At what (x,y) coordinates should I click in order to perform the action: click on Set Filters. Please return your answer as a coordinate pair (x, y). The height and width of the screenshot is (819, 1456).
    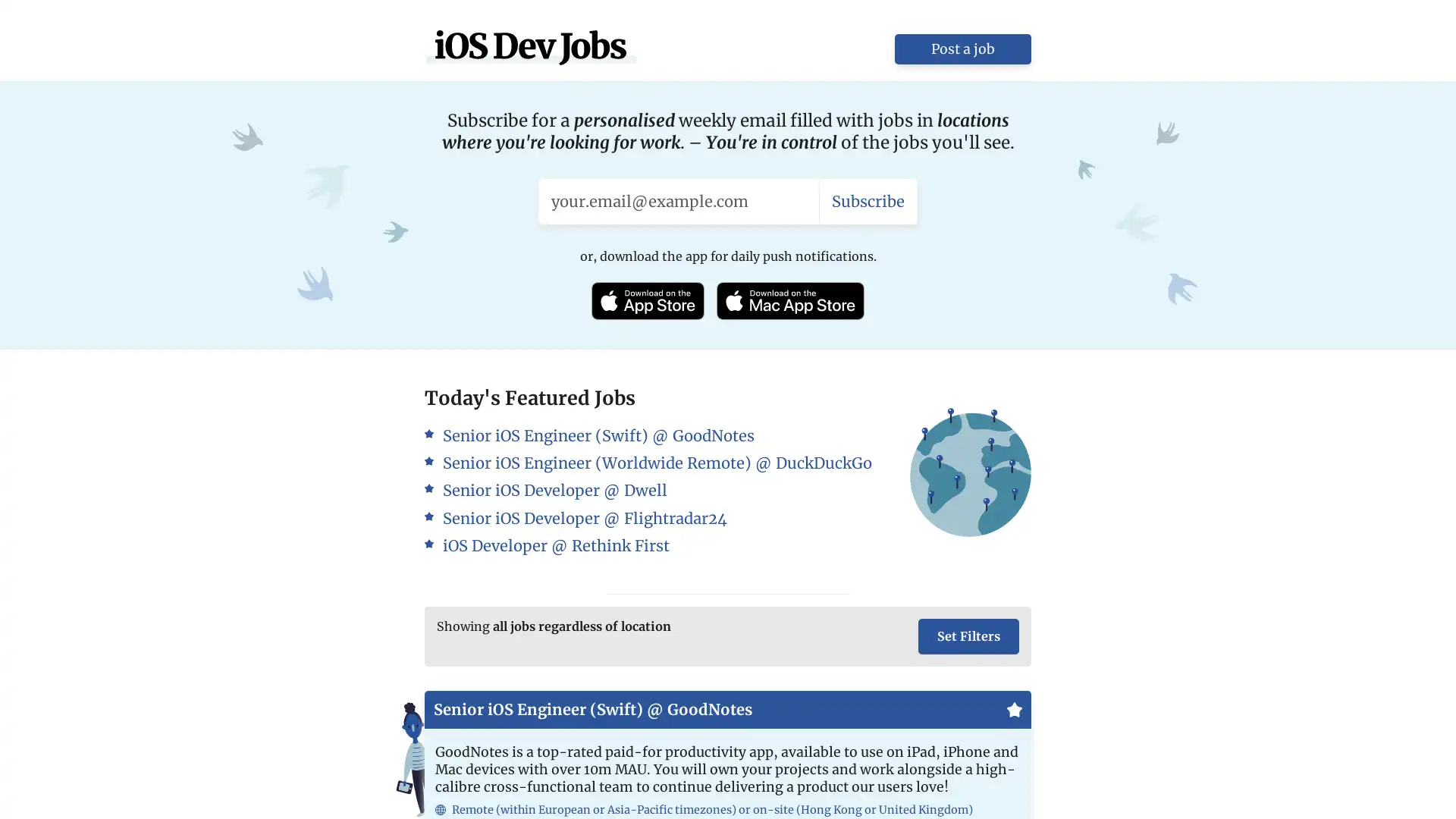
    Looking at the image, I should click on (968, 636).